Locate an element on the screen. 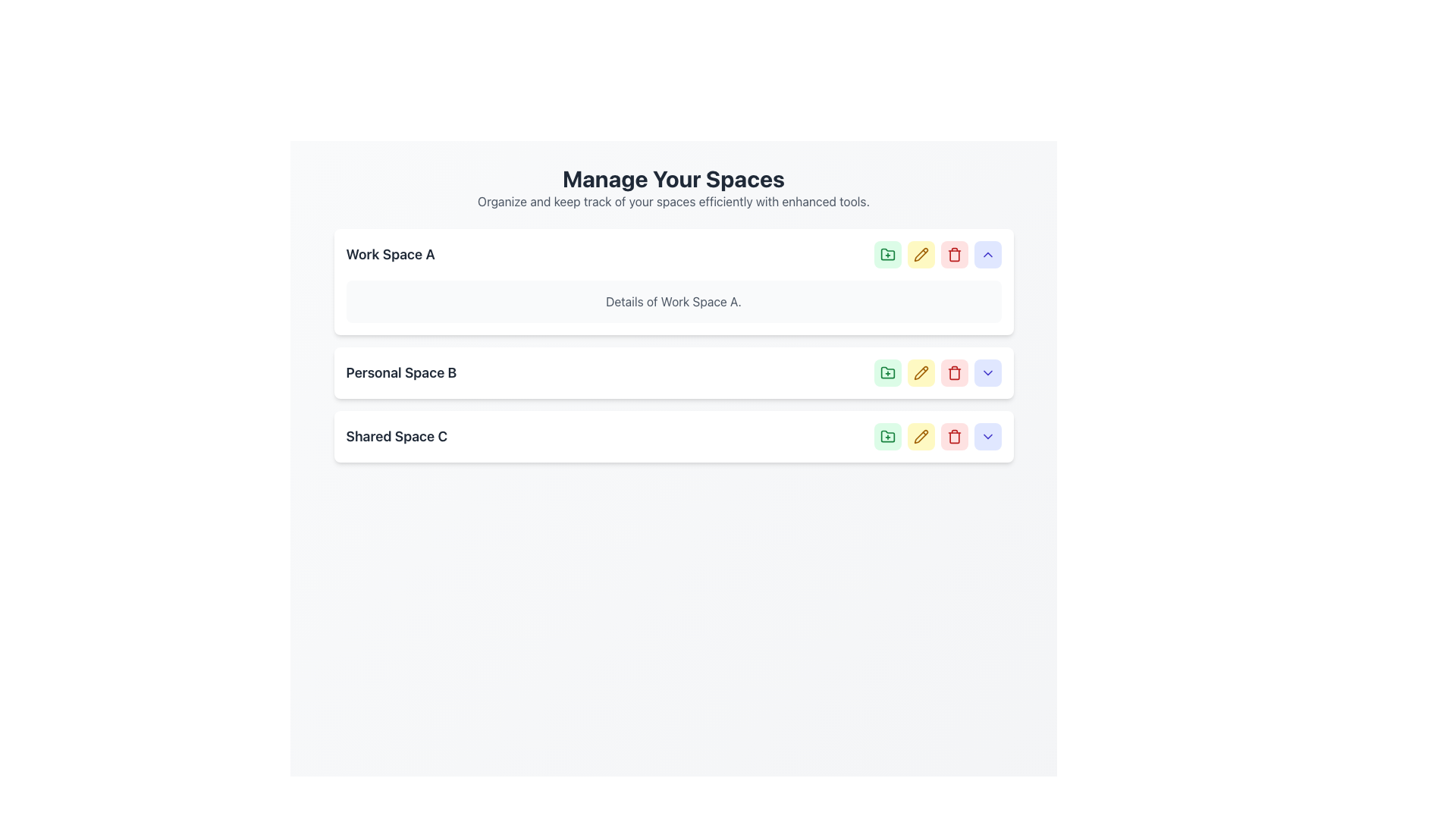  the prominent header text label 'Manage Your Spaces' styled in bold and large font at the top center of the panel is located at coordinates (673, 177).